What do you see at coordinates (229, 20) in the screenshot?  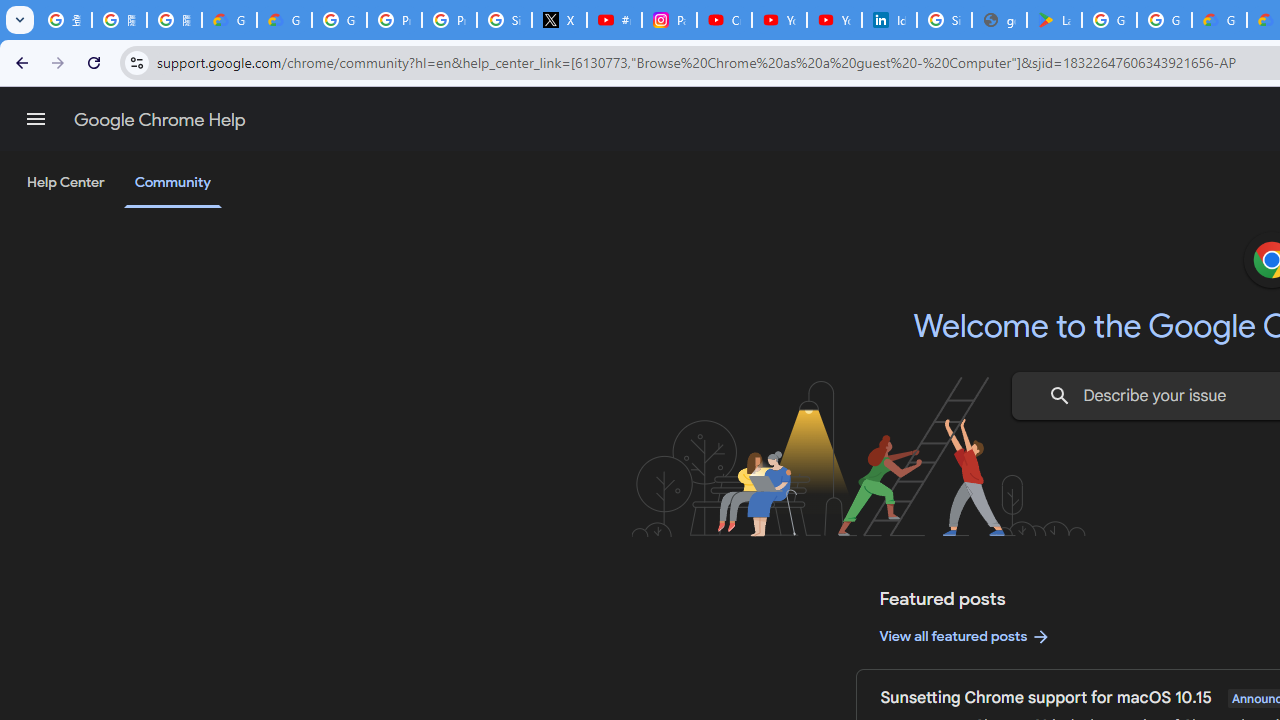 I see `'Google Cloud Privacy Notice'` at bounding box center [229, 20].